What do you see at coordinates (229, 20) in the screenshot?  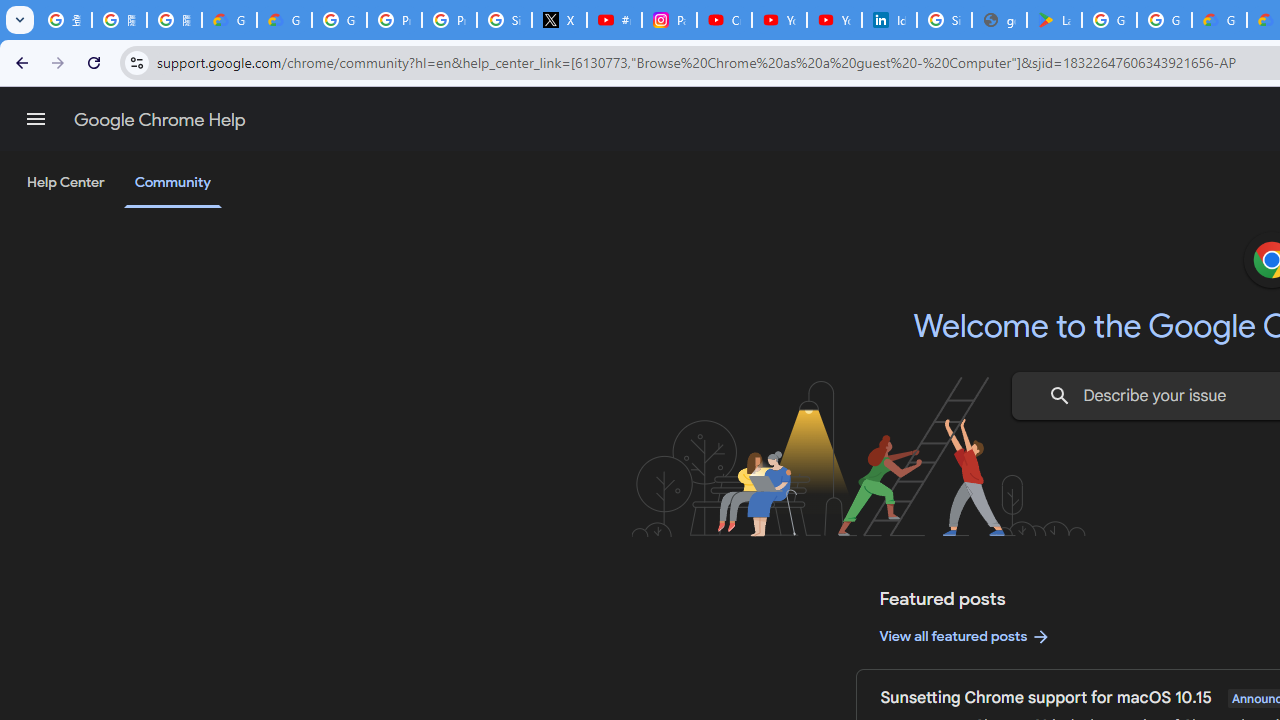 I see `'Google Cloud Privacy Notice'` at bounding box center [229, 20].